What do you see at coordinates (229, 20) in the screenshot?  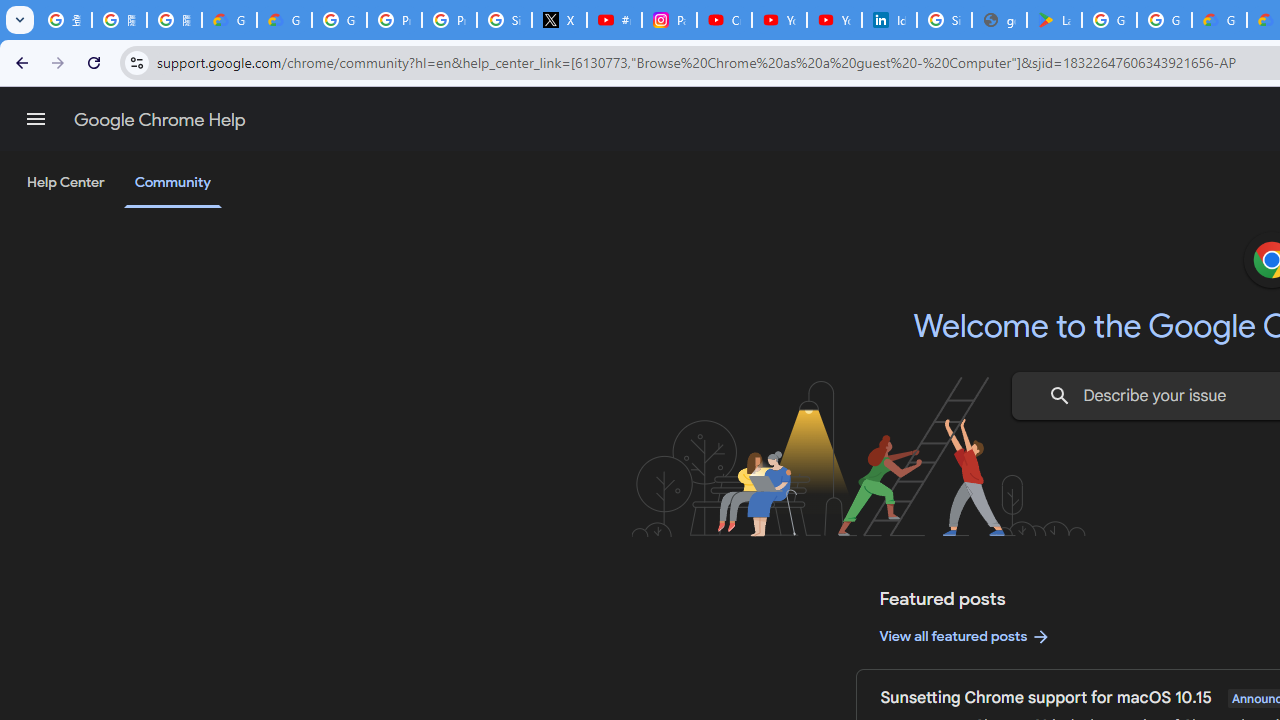 I see `'Google Cloud Privacy Notice'` at bounding box center [229, 20].